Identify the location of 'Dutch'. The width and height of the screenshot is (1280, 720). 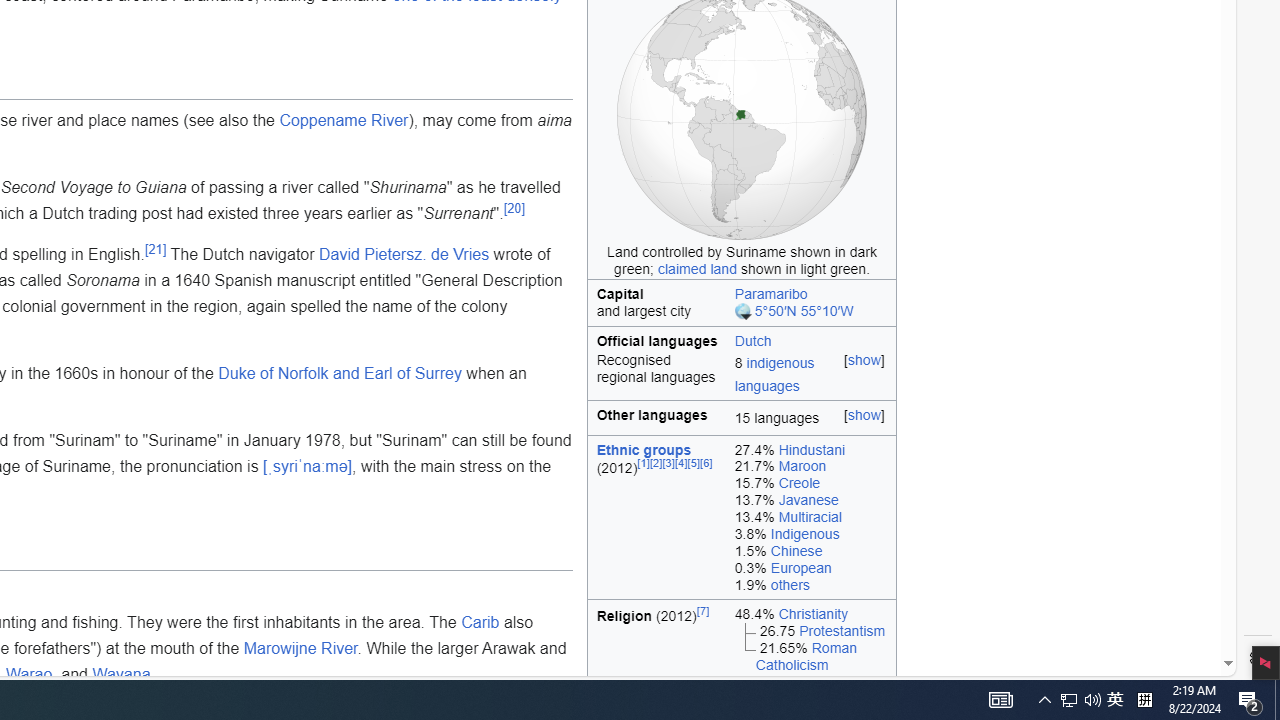
(751, 339).